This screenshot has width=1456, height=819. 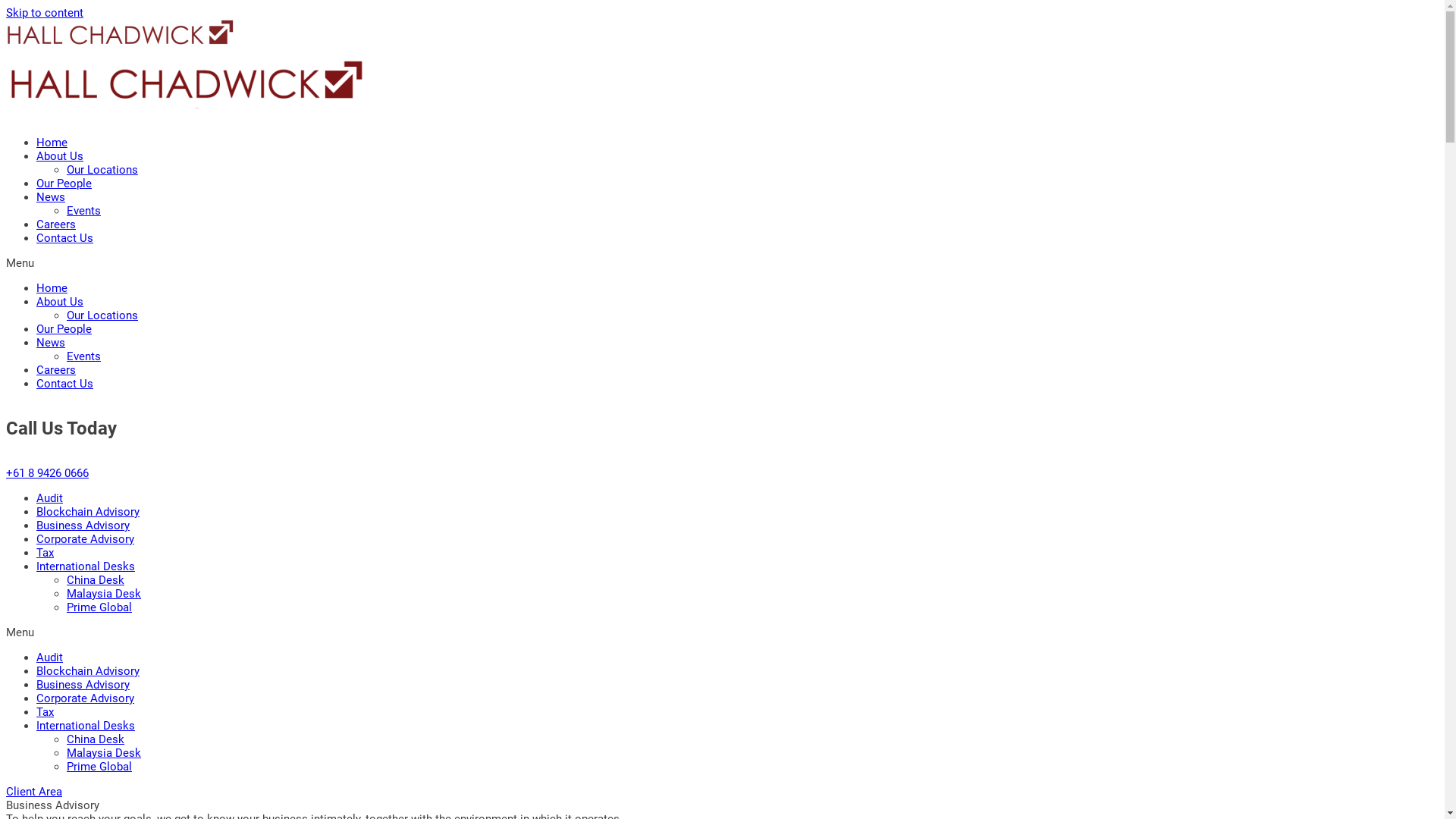 What do you see at coordinates (33, 791) in the screenshot?
I see `'Client Area'` at bounding box center [33, 791].